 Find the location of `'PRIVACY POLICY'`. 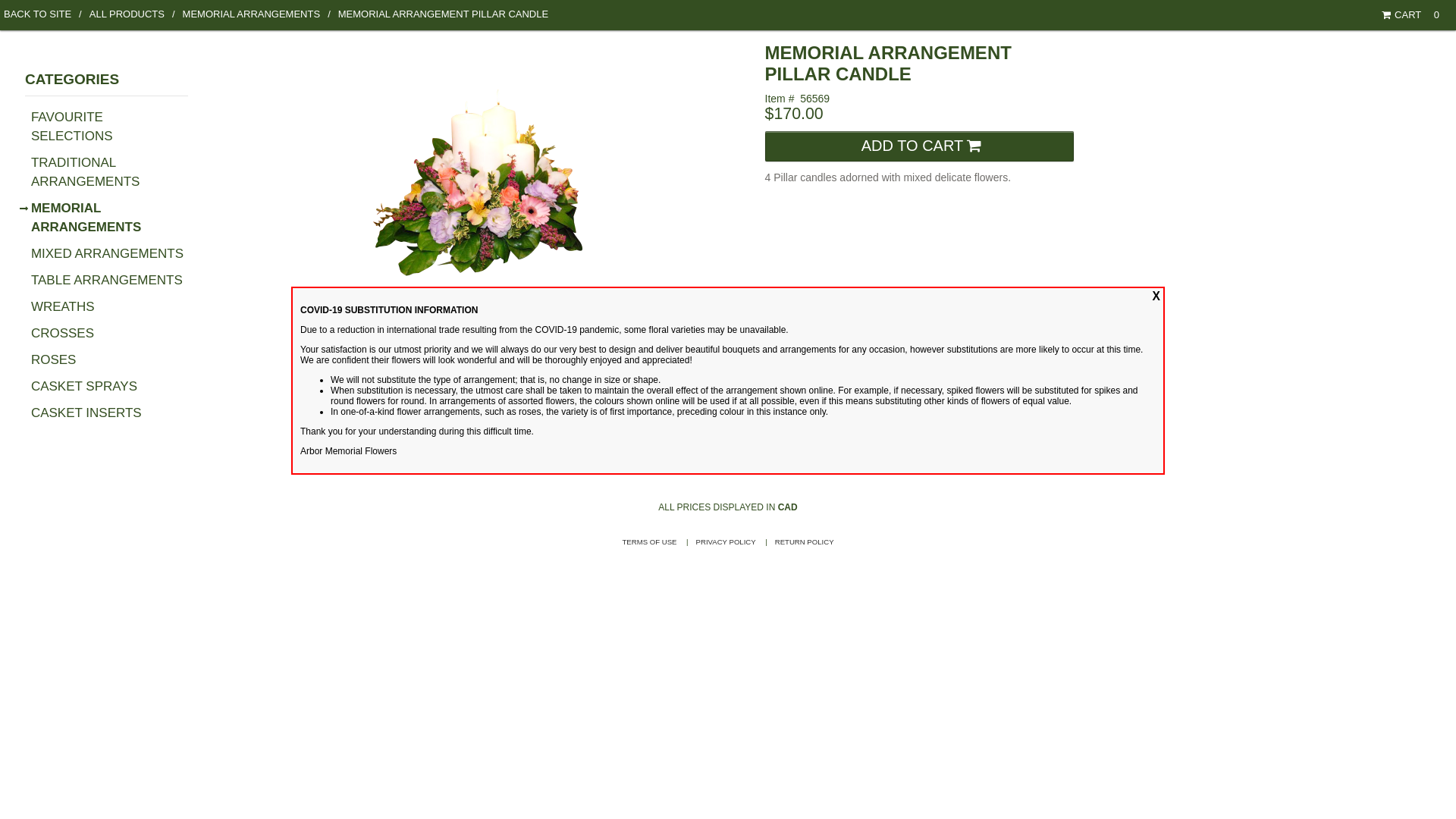

'PRIVACY POLICY' is located at coordinates (725, 541).